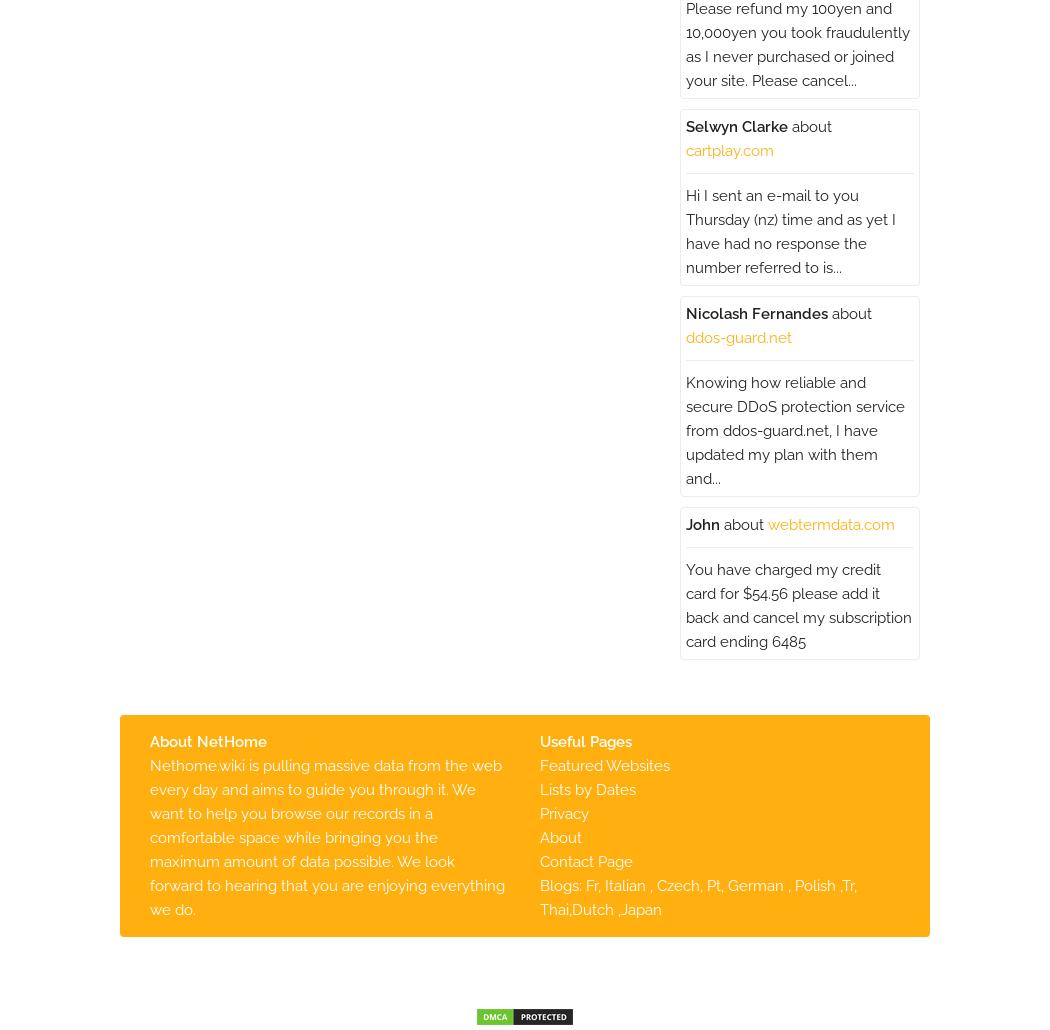  I want to click on 'Lists by Dates', so click(587, 787).